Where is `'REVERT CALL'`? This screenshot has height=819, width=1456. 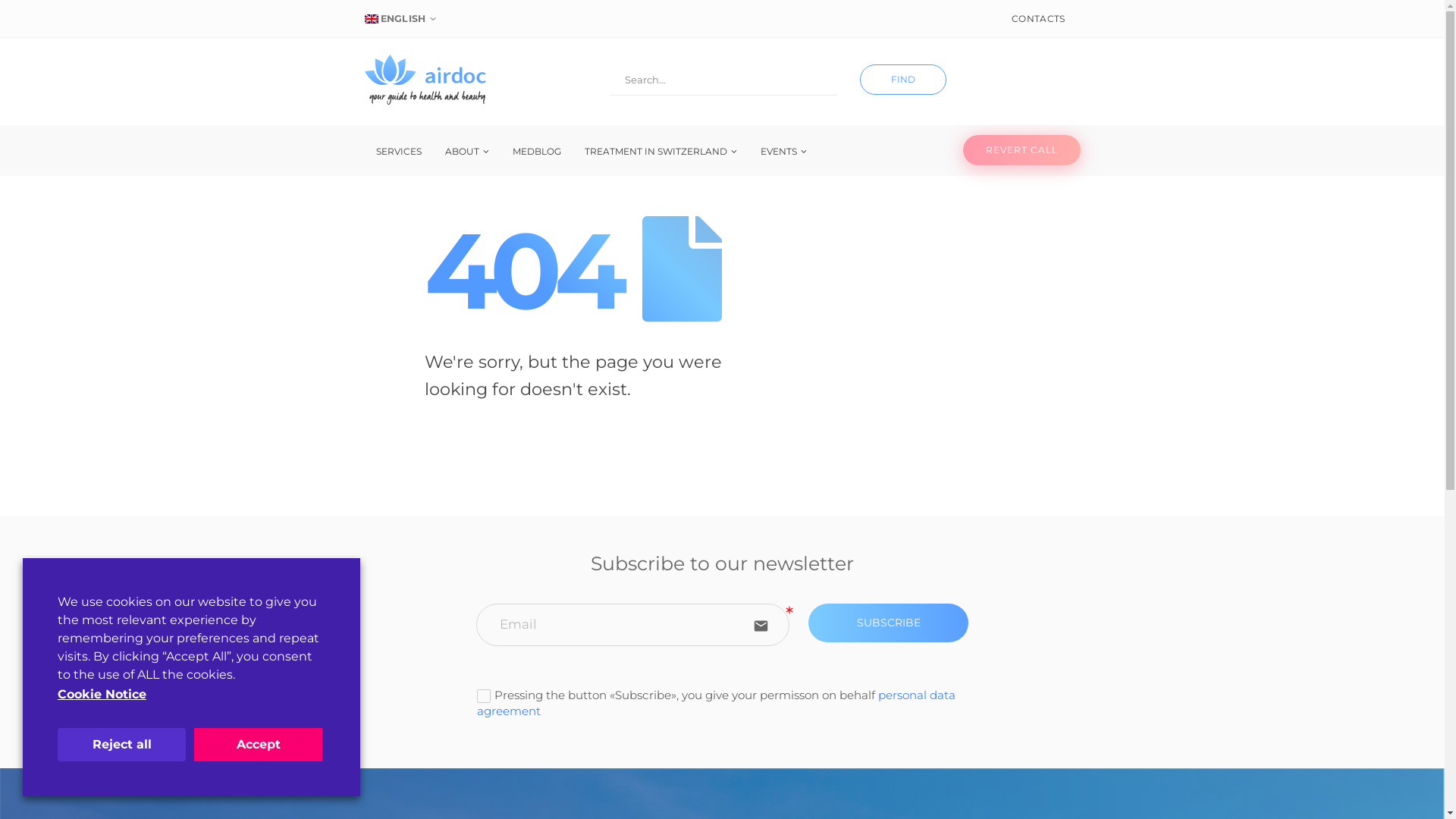 'REVERT CALL' is located at coordinates (1021, 149).